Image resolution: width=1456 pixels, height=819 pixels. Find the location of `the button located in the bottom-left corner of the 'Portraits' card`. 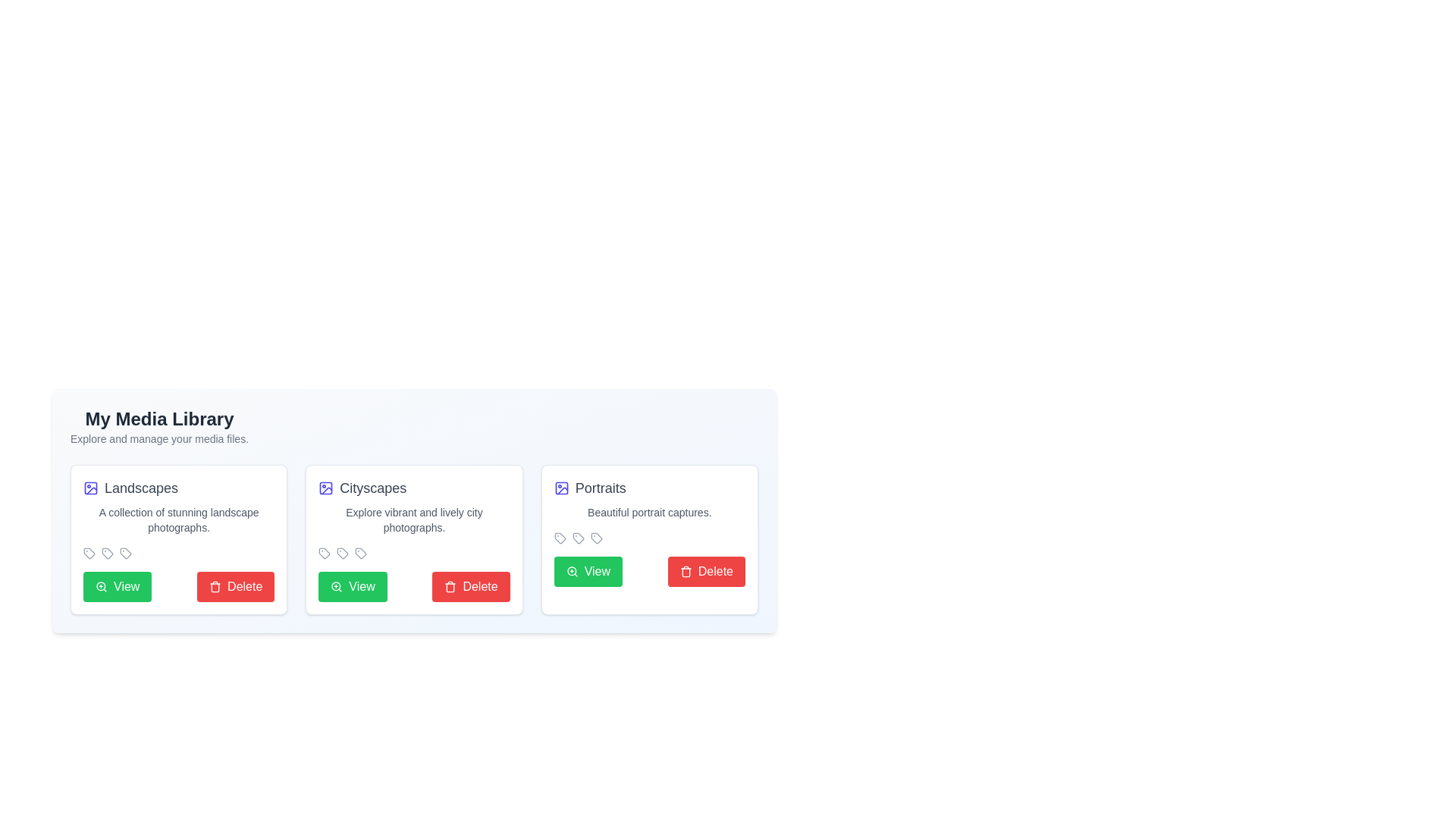

the button located in the bottom-left corner of the 'Portraits' card is located at coordinates (587, 571).